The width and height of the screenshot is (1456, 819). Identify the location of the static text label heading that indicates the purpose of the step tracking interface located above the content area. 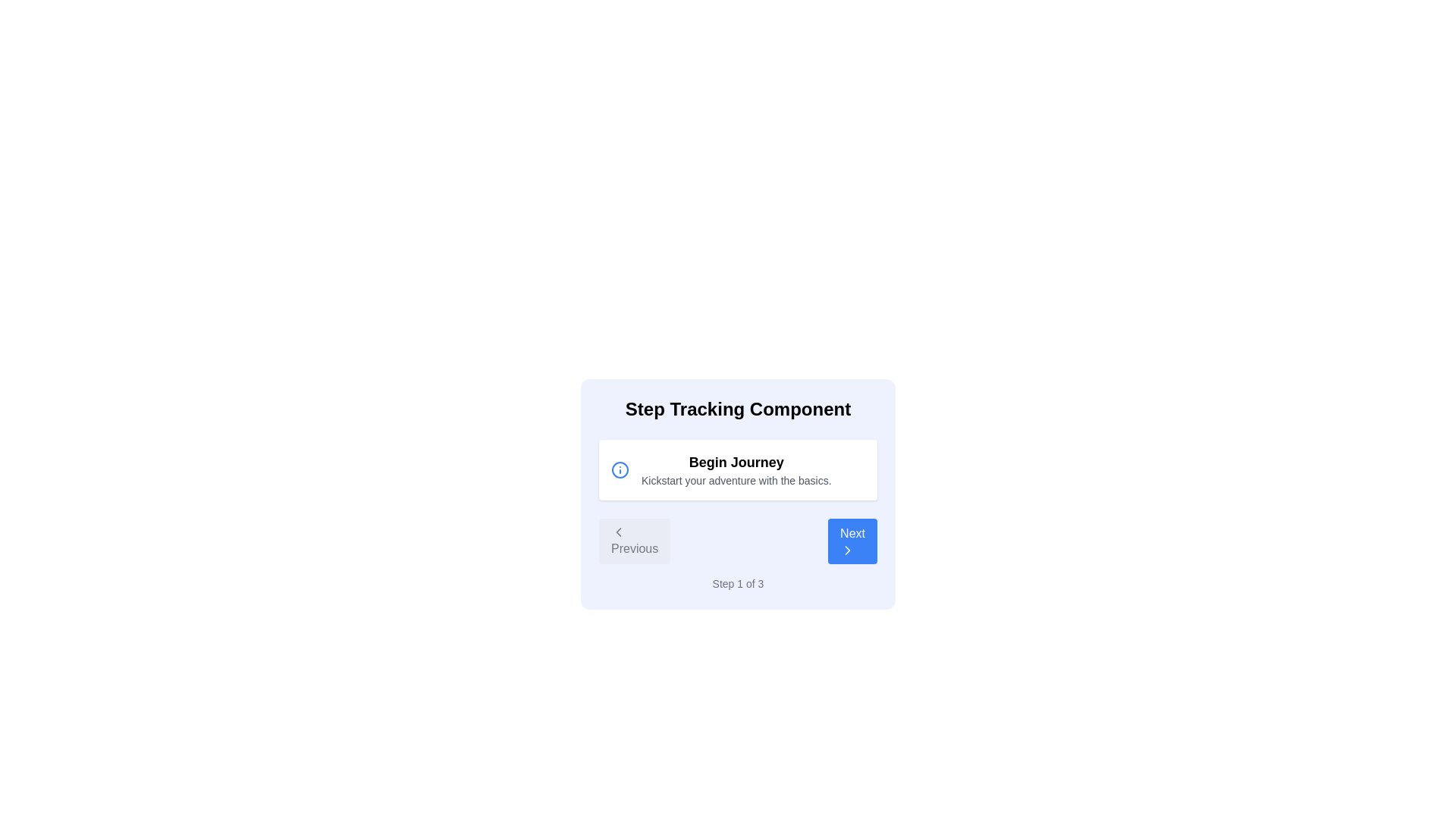
(738, 409).